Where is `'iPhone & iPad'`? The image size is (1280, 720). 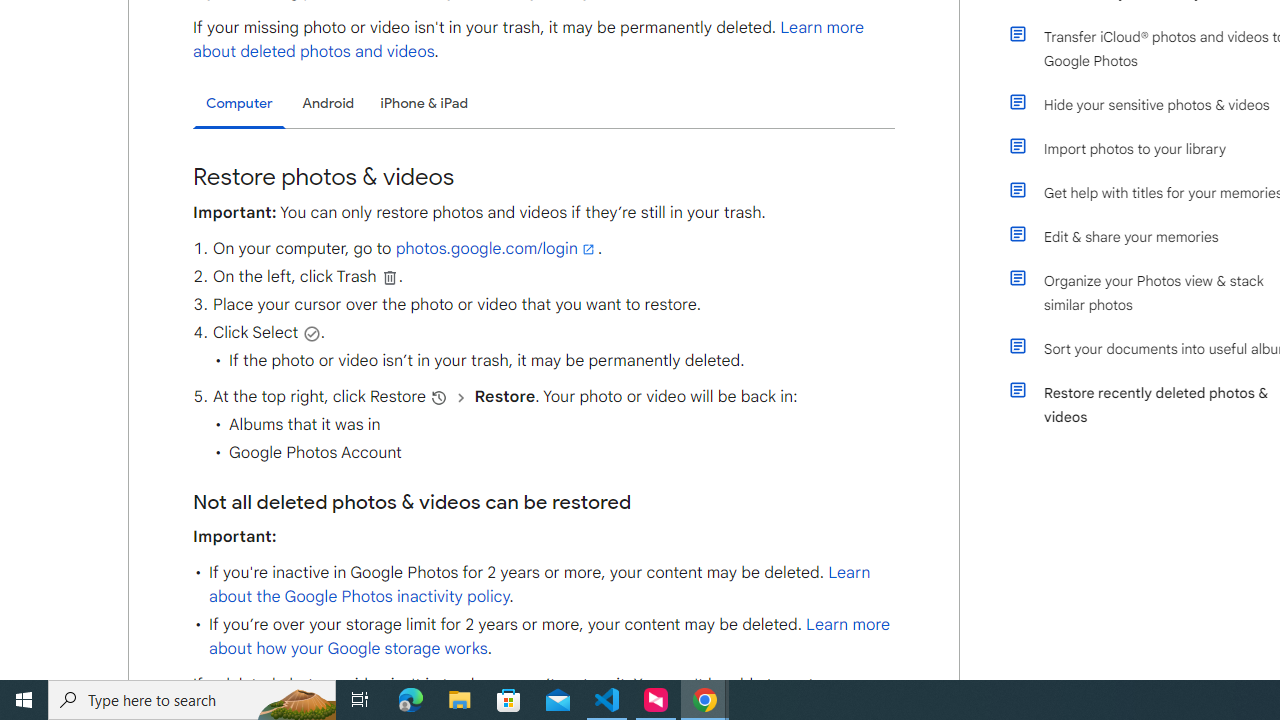
'iPhone & iPad' is located at coordinates (423, 103).